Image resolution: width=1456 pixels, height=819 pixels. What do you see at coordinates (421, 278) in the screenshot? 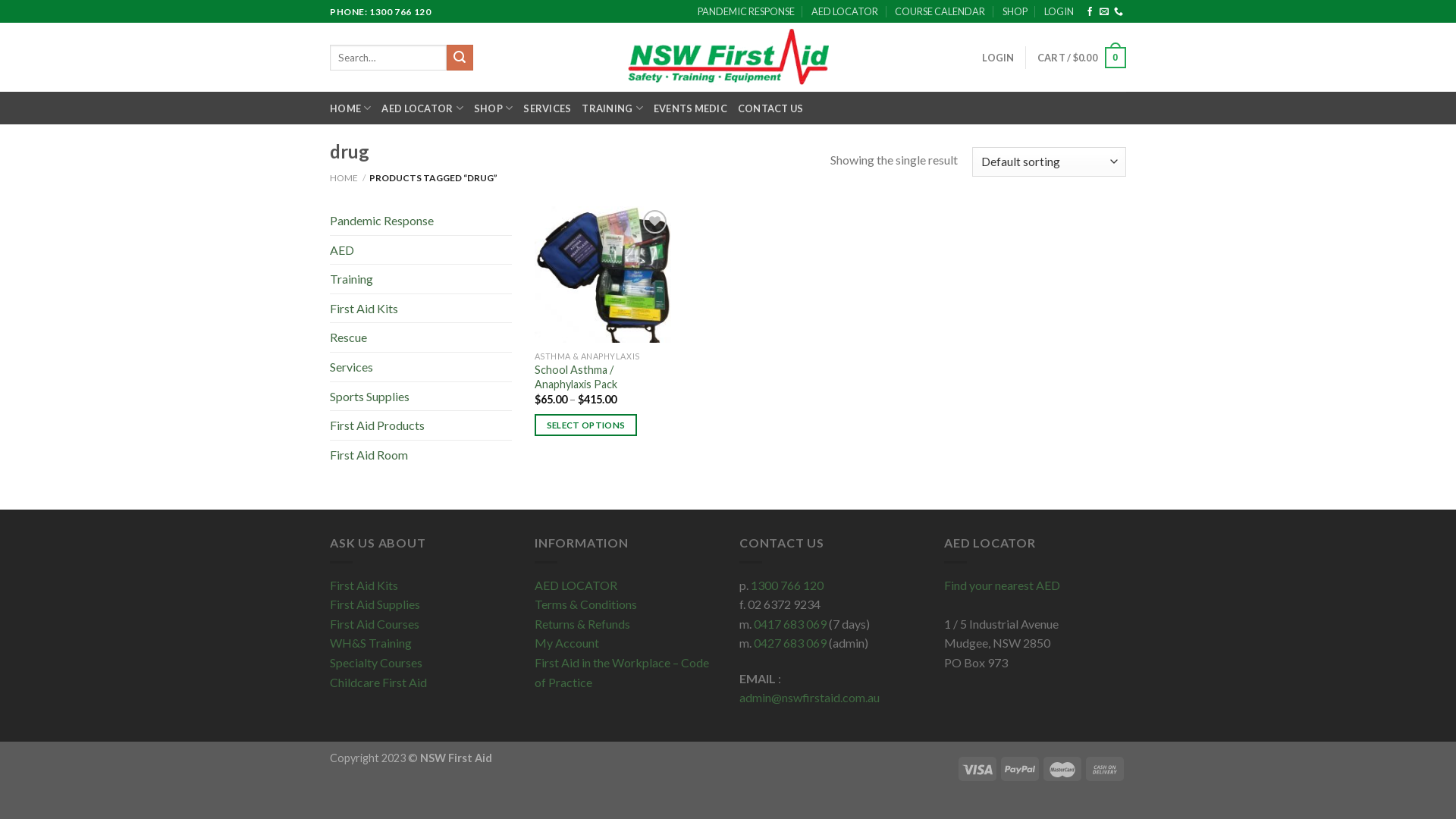
I see `'Training'` at bounding box center [421, 278].